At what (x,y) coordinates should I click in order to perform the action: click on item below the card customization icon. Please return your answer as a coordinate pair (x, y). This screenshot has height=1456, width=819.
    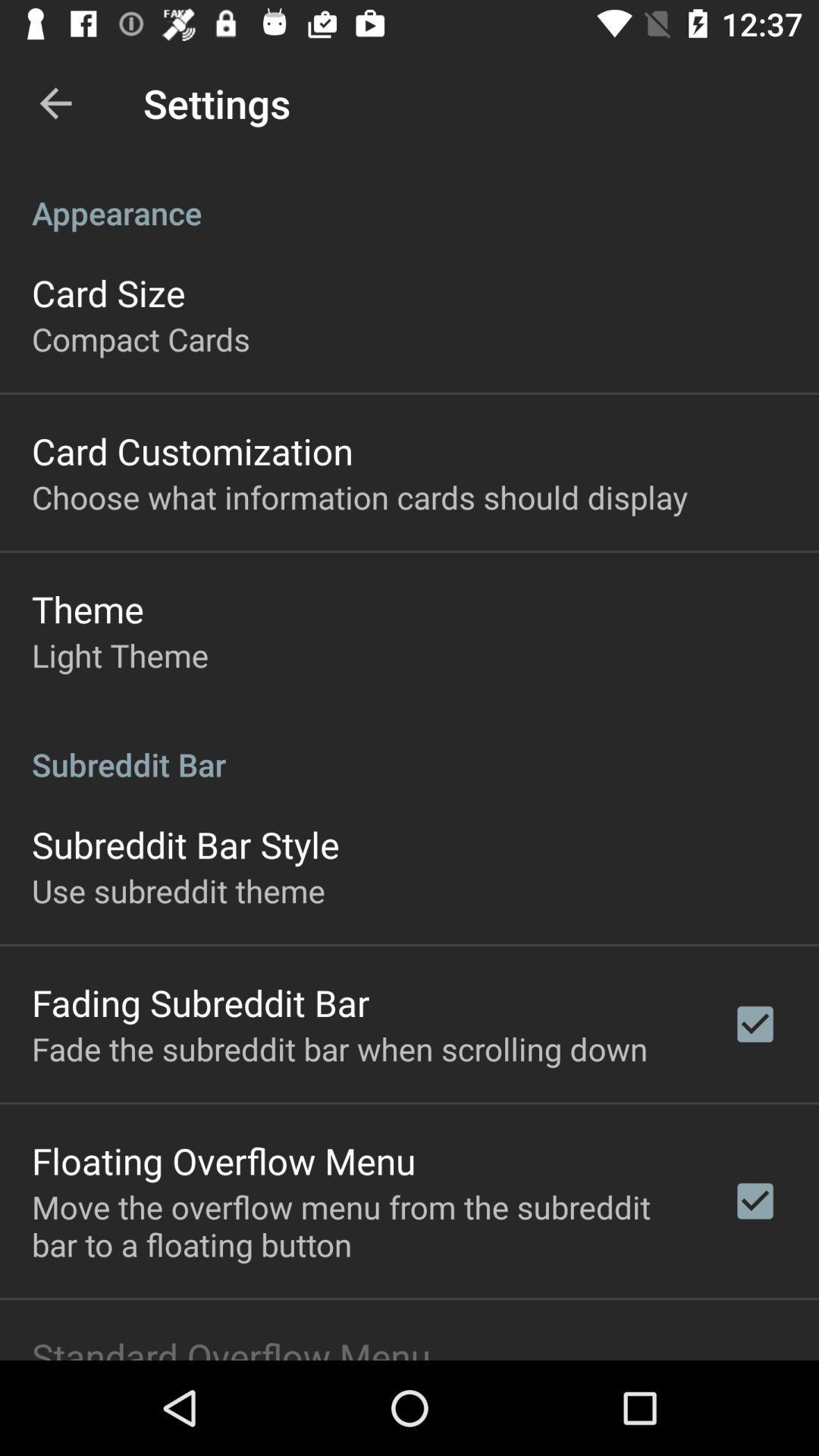
    Looking at the image, I should click on (359, 497).